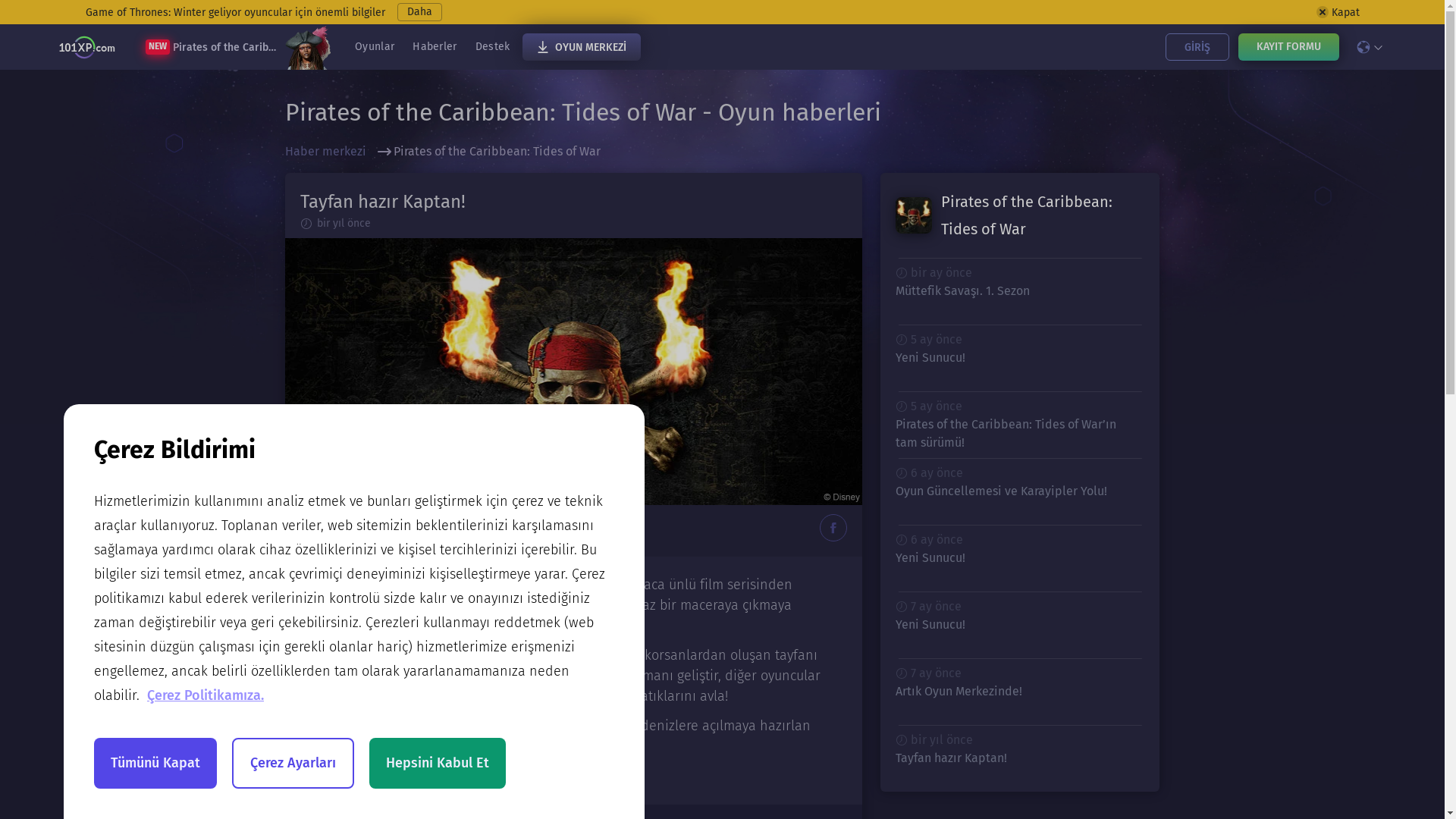 The image size is (1456, 819). I want to click on 'Destek', so click(492, 45).